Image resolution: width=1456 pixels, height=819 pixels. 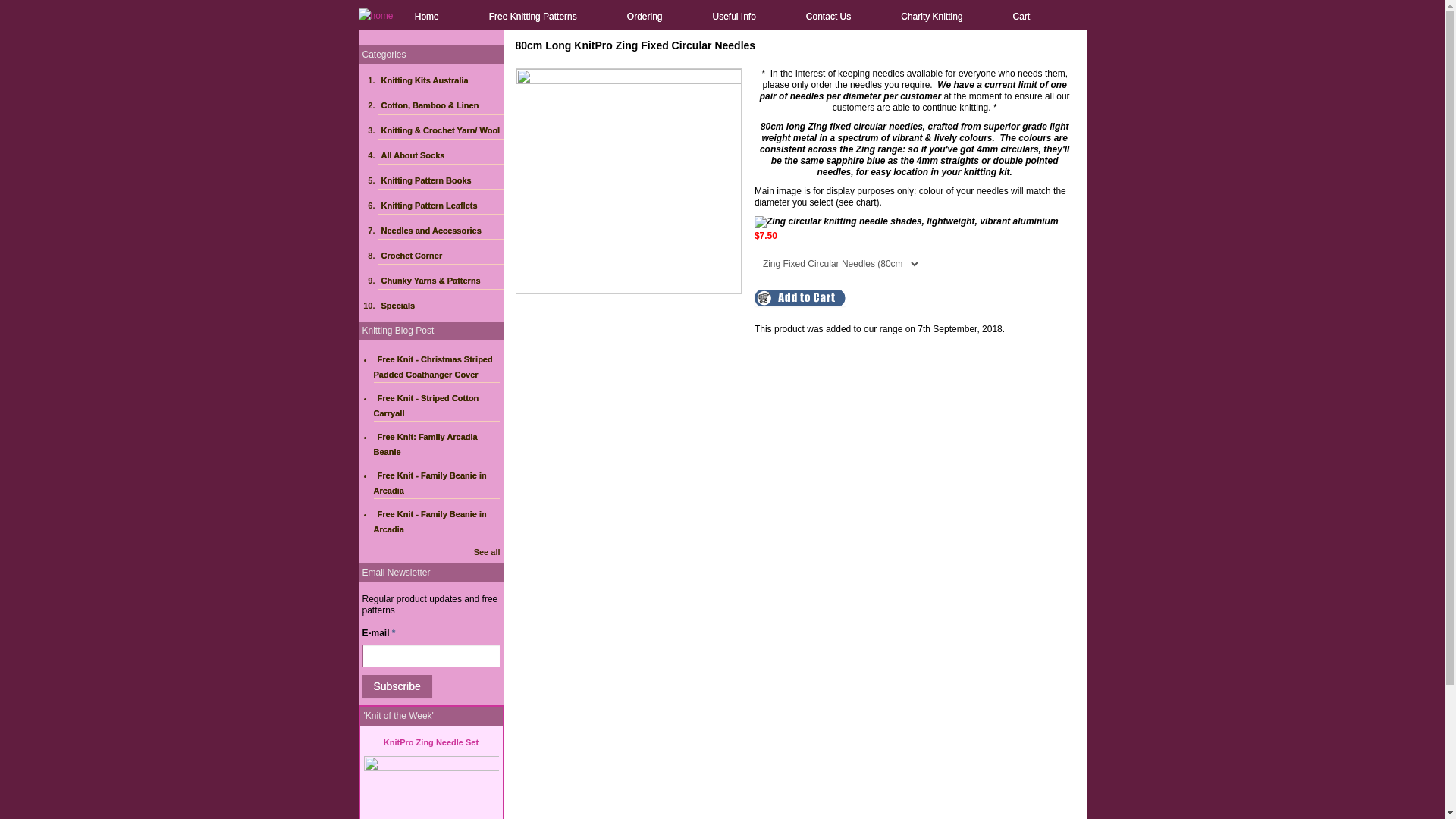 What do you see at coordinates (440, 254) in the screenshot?
I see `'Crochet Corner'` at bounding box center [440, 254].